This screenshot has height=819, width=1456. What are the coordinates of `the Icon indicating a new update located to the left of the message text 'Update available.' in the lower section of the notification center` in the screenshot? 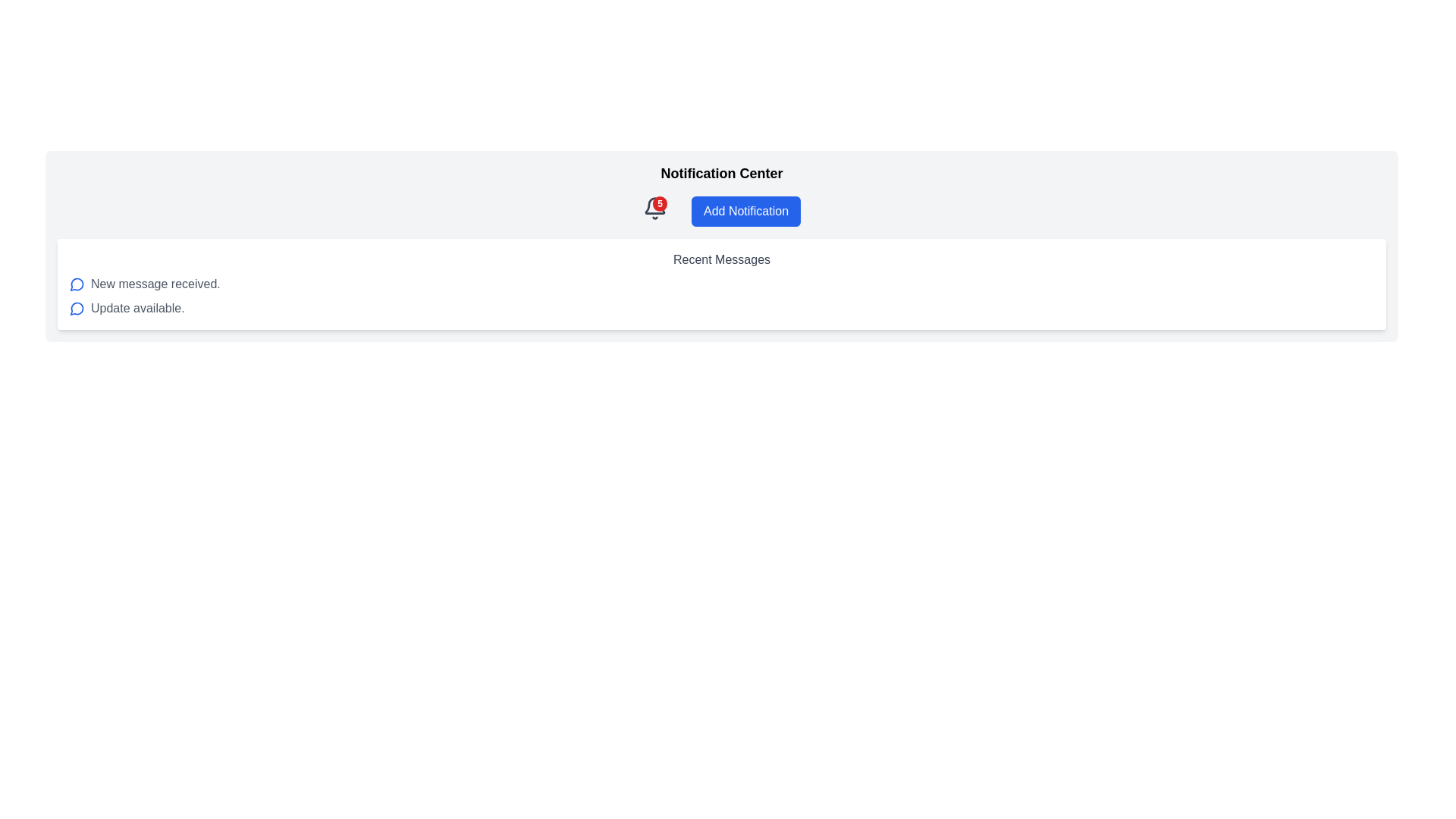 It's located at (76, 308).